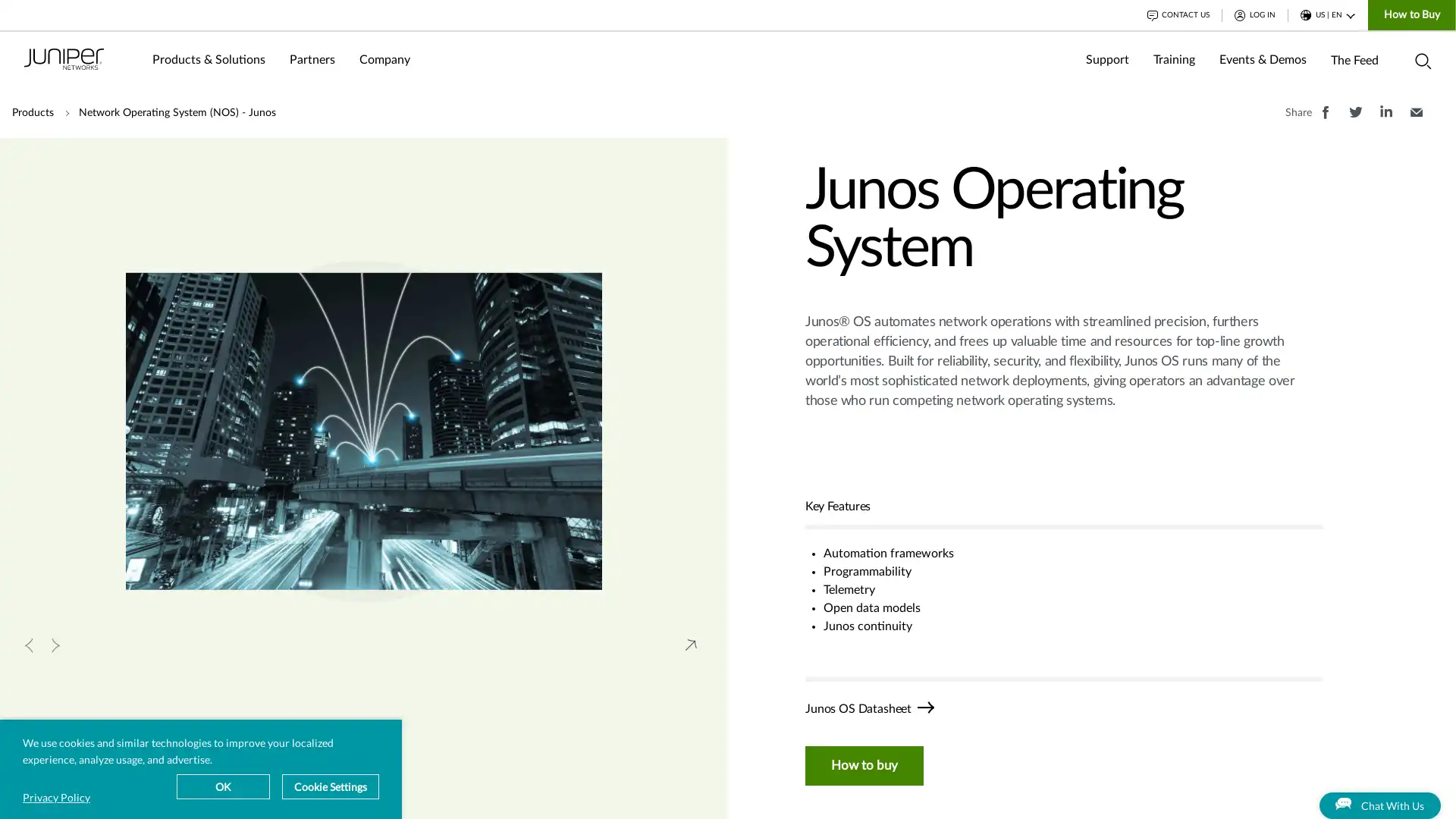  What do you see at coordinates (1355, 789) in the screenshot?
I see `Live chat: Chat With UsChat With Us` at bounding box center [1355, 789].